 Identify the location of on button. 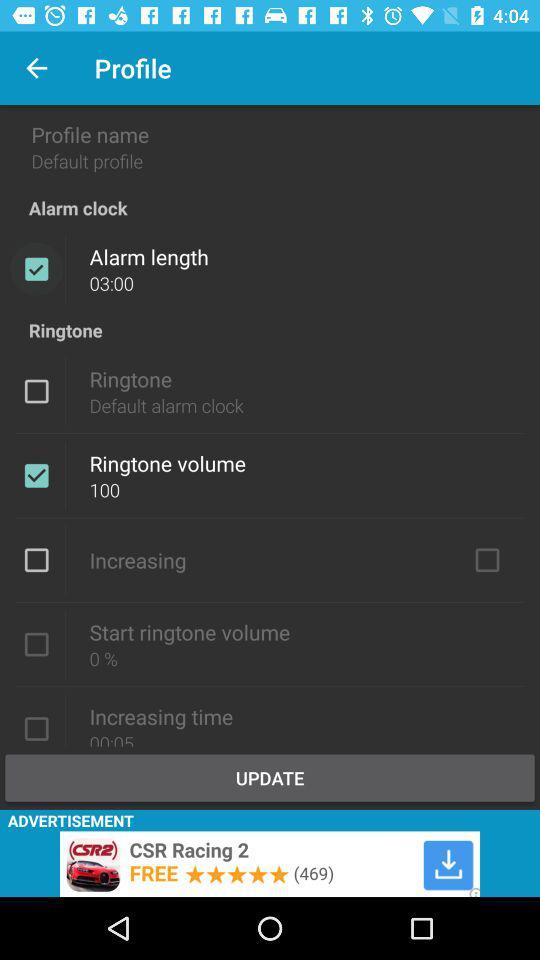
(486, 560).